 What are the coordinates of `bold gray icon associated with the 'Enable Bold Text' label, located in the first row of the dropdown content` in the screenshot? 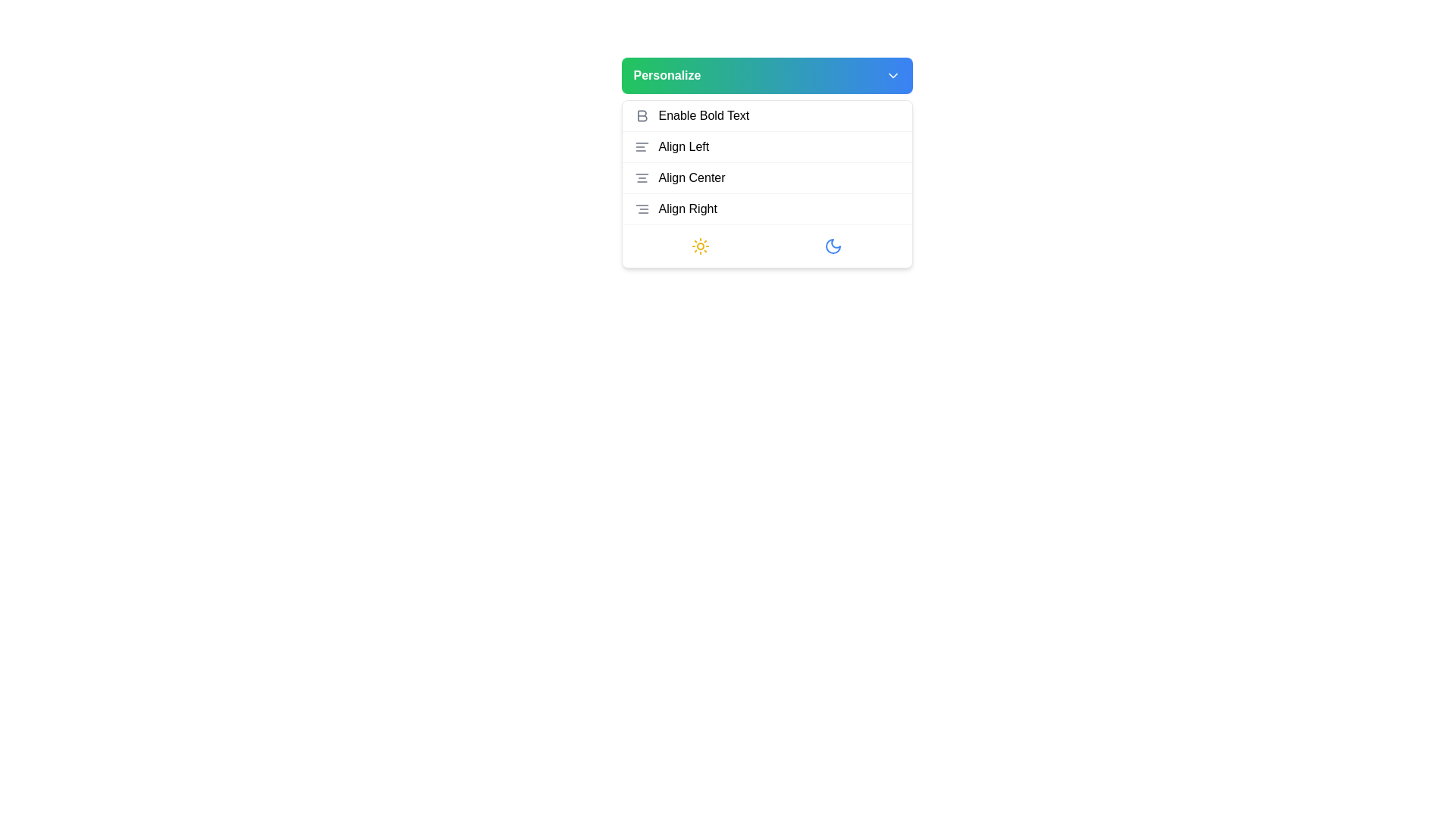 It's located at (642, 115).